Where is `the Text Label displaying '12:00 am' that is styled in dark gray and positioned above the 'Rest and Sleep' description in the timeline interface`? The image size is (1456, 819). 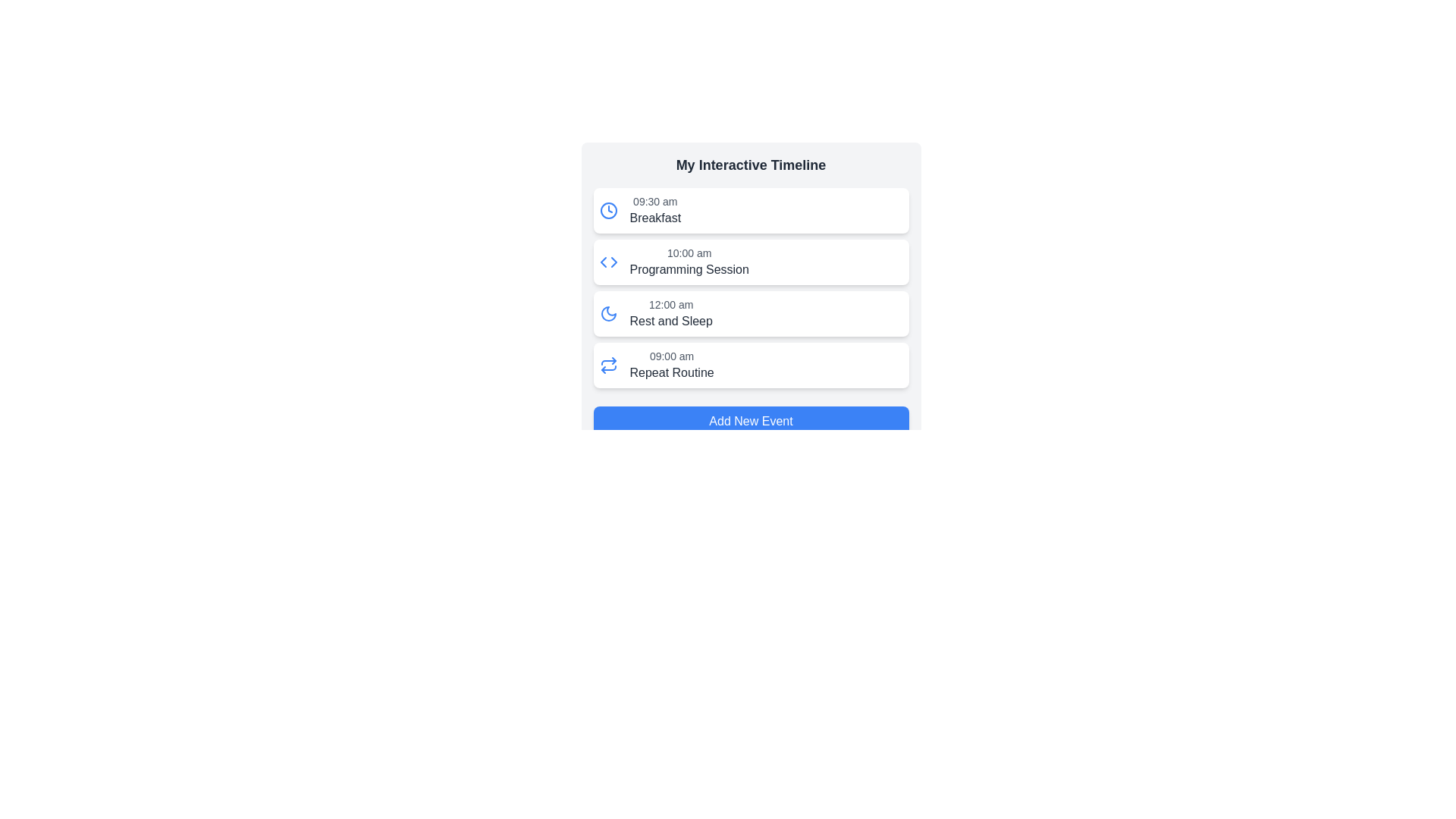 the Text Label displaying '12:00 am' that is styled in dark gray and positioned above the 'Rest and Sleep' description in the timeline interface is located at coordinates (670, 304).